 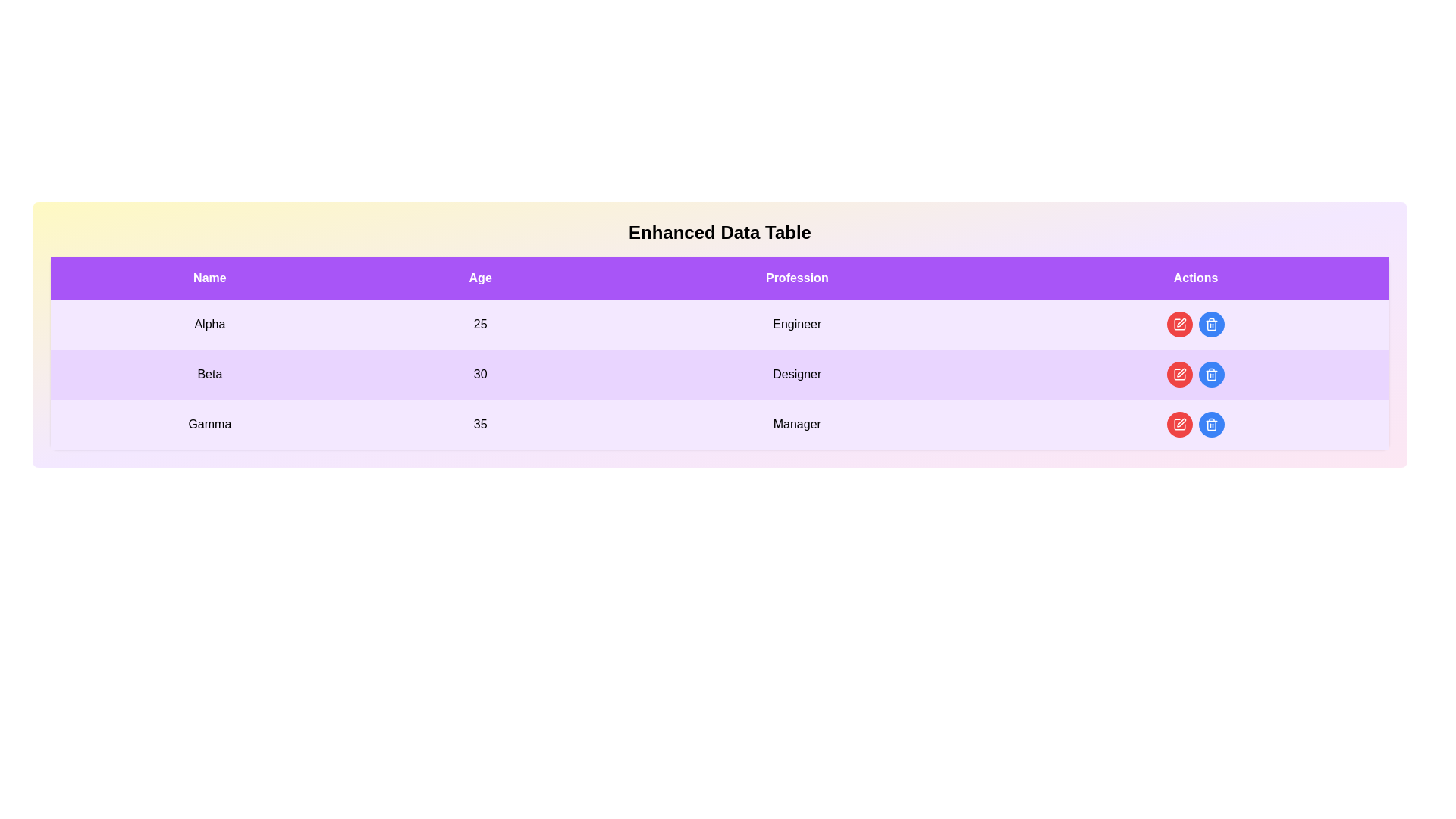 What do you see at coordinates (1211, 424) in the screenshot?
I see `delete button for the entry with name Gamma` at bounding box center [1211, 424].